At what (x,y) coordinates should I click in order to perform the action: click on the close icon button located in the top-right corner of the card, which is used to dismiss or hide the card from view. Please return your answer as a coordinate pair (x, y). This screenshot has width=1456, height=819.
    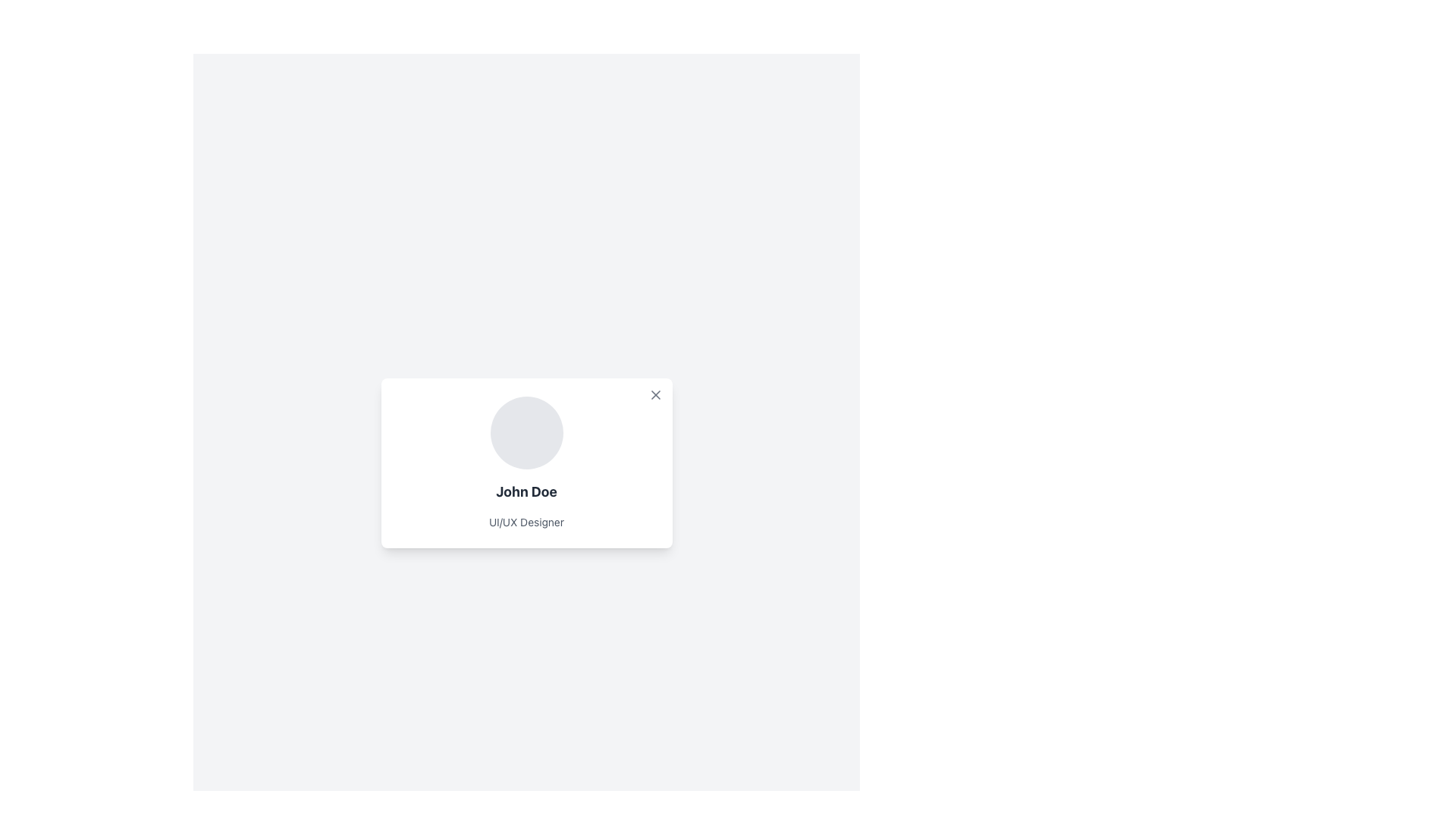
    Looking at the image, I should click on (655, 394).